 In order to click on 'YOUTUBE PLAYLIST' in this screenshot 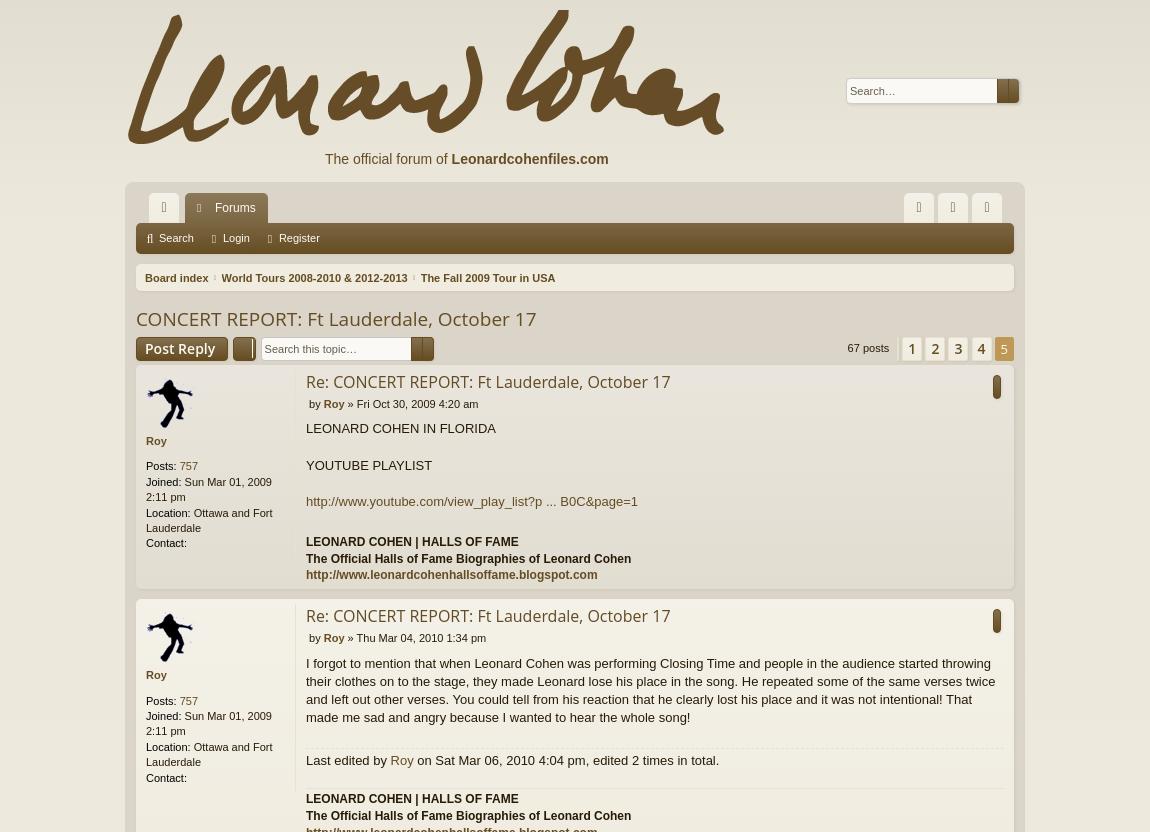, I will do `click(369, 464)`.